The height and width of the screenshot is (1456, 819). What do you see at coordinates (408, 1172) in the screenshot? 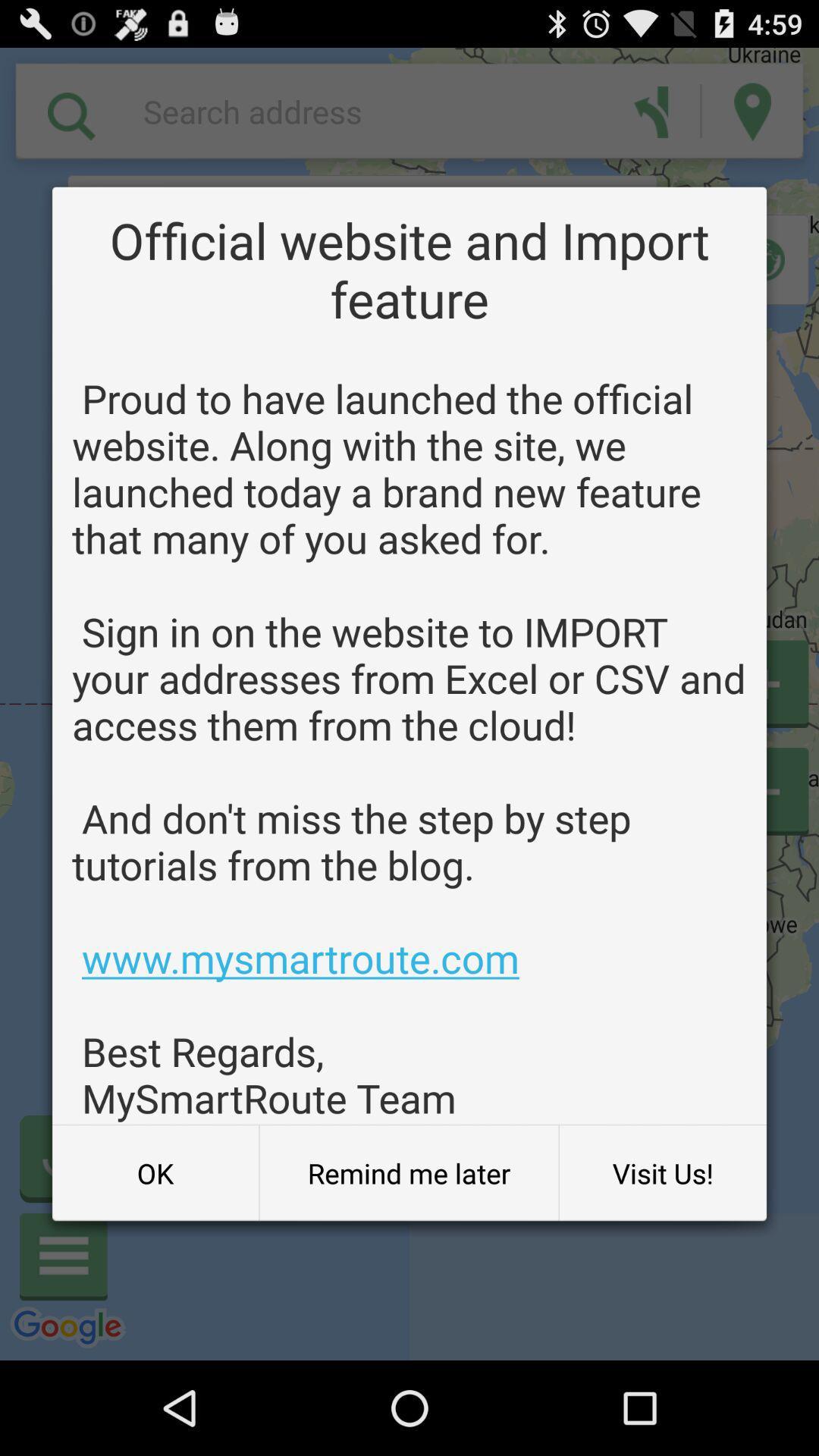
I see `button to the right of the ok button` at bounding box center [408, 1172].